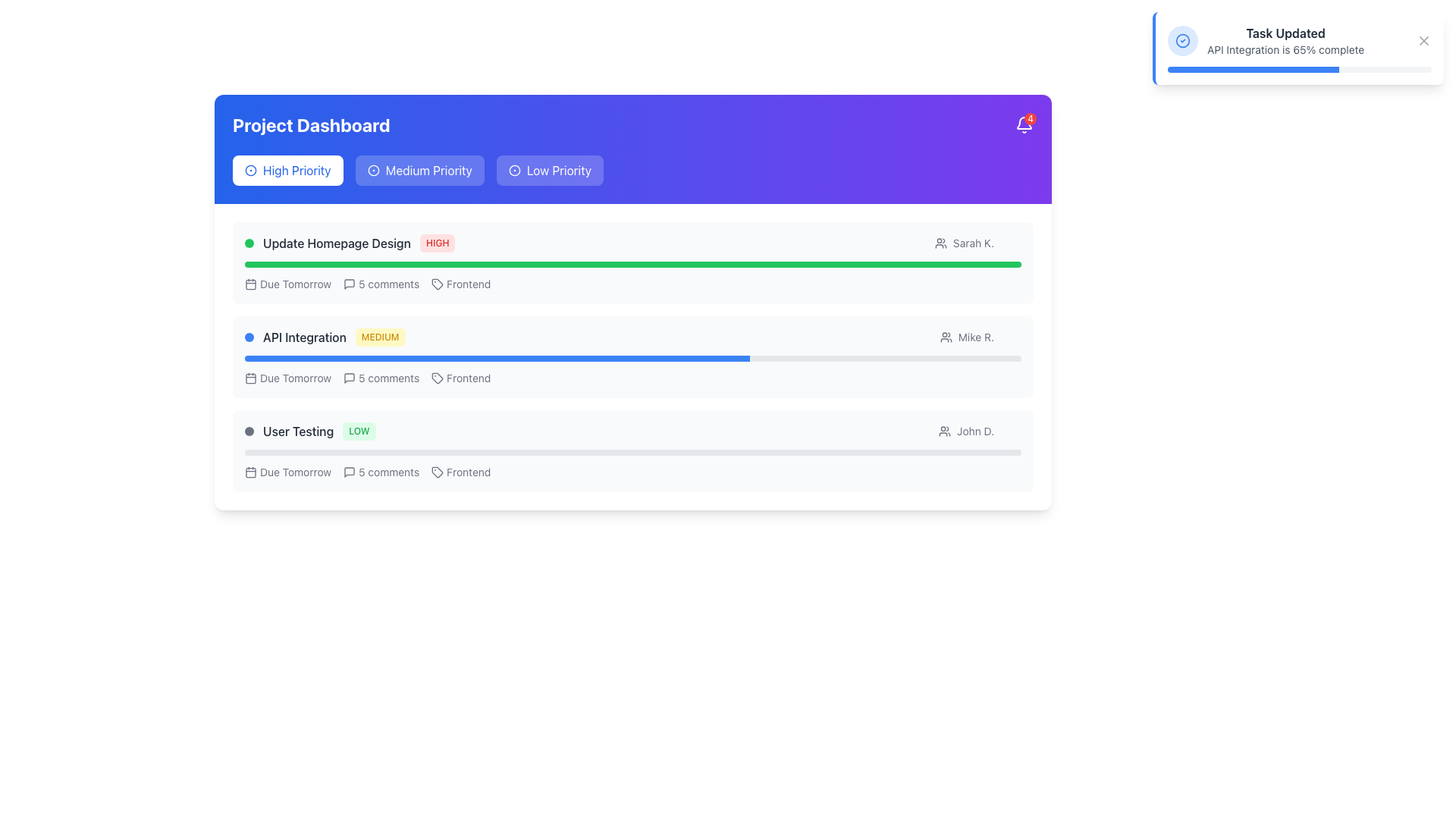 This screenshot has width=1456, height=819. I want to click on the red circular badge displaying the number '4' at the top-right corner of the notification bell icon, so click(1030, 118).